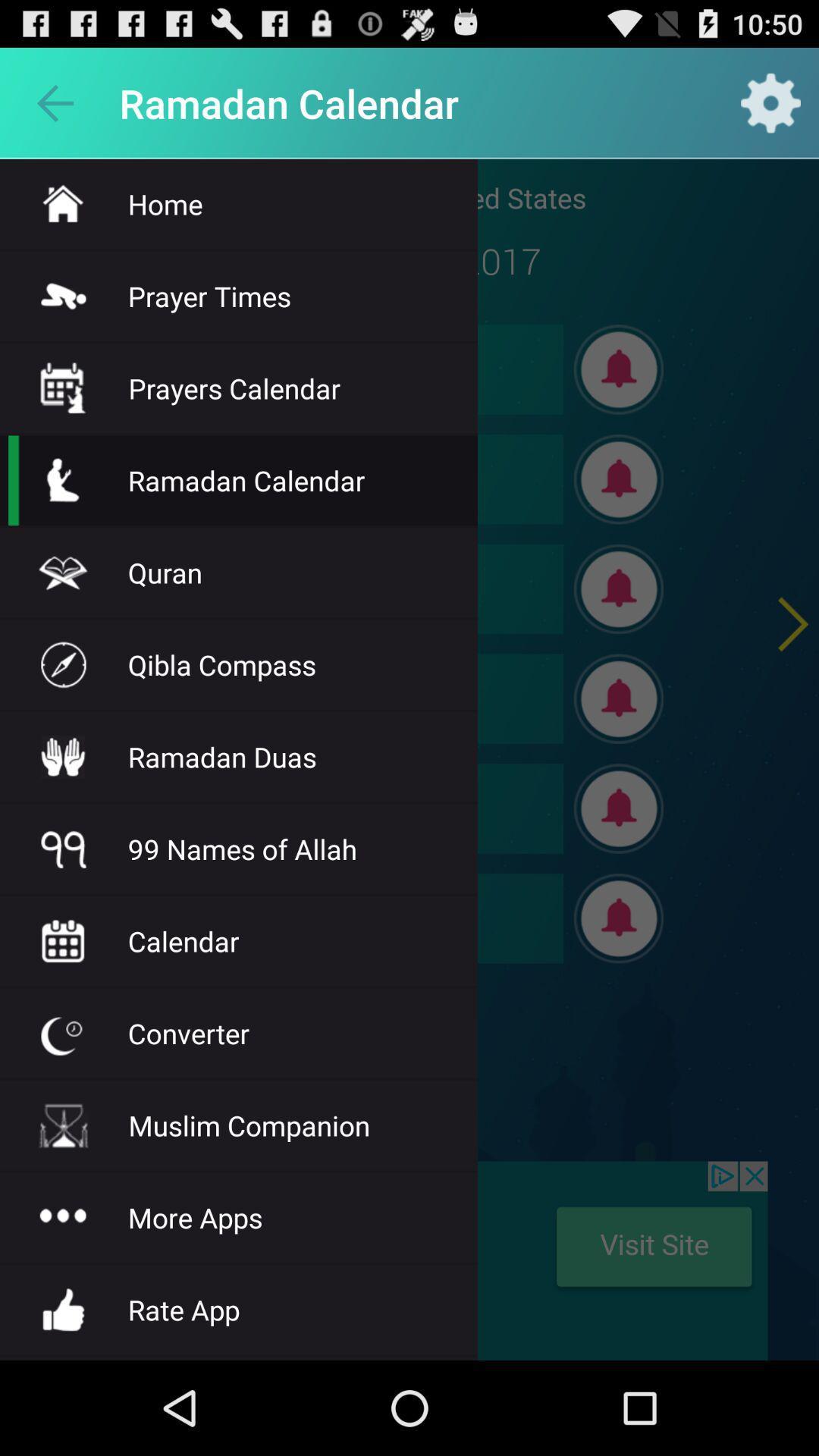  Describe the element at coordinates (619, 513) in the screenshot. I see `the notifications icon` at that location.